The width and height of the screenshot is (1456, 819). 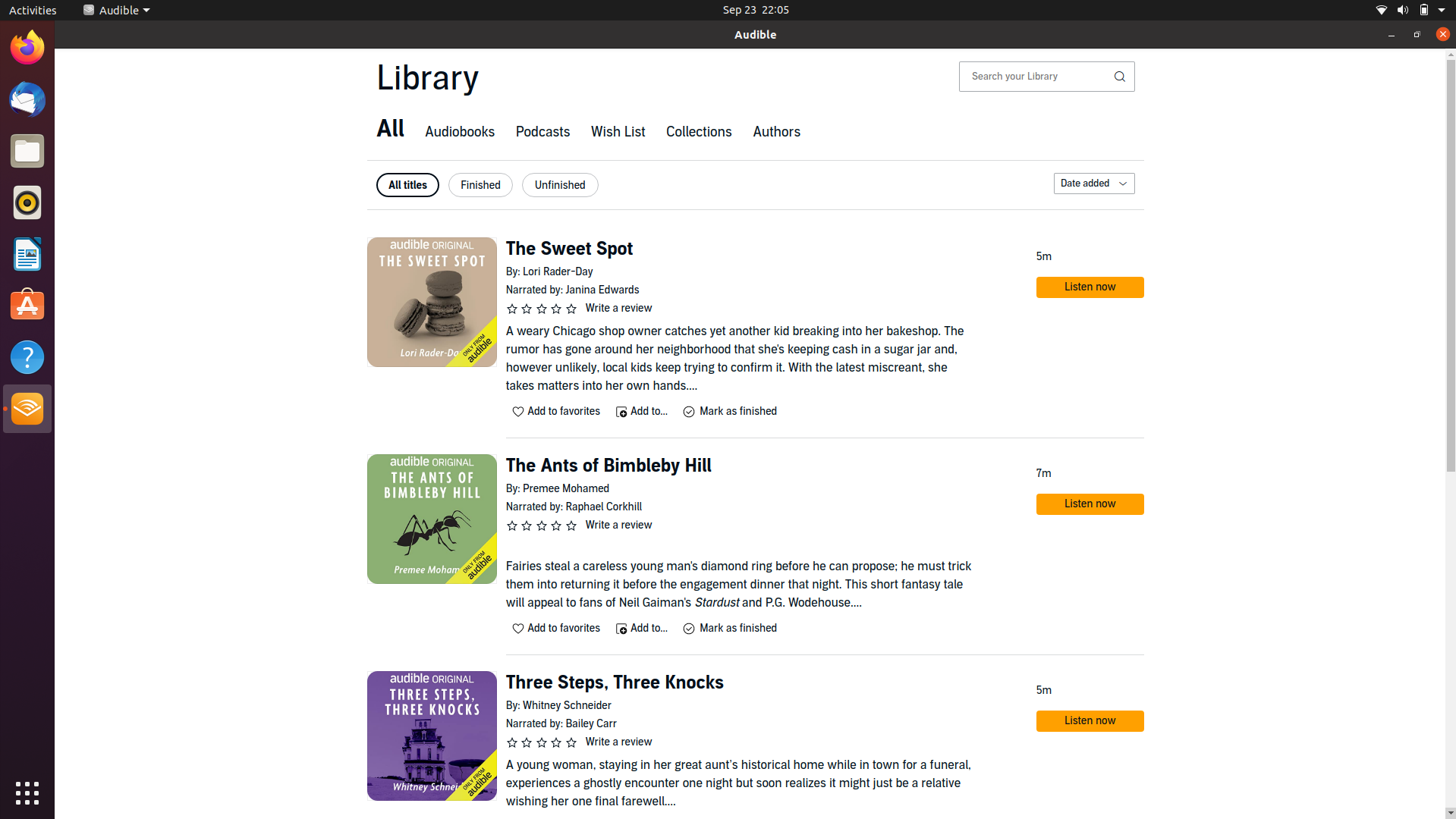 I want to click on authors section, so click(x=775, y=133).